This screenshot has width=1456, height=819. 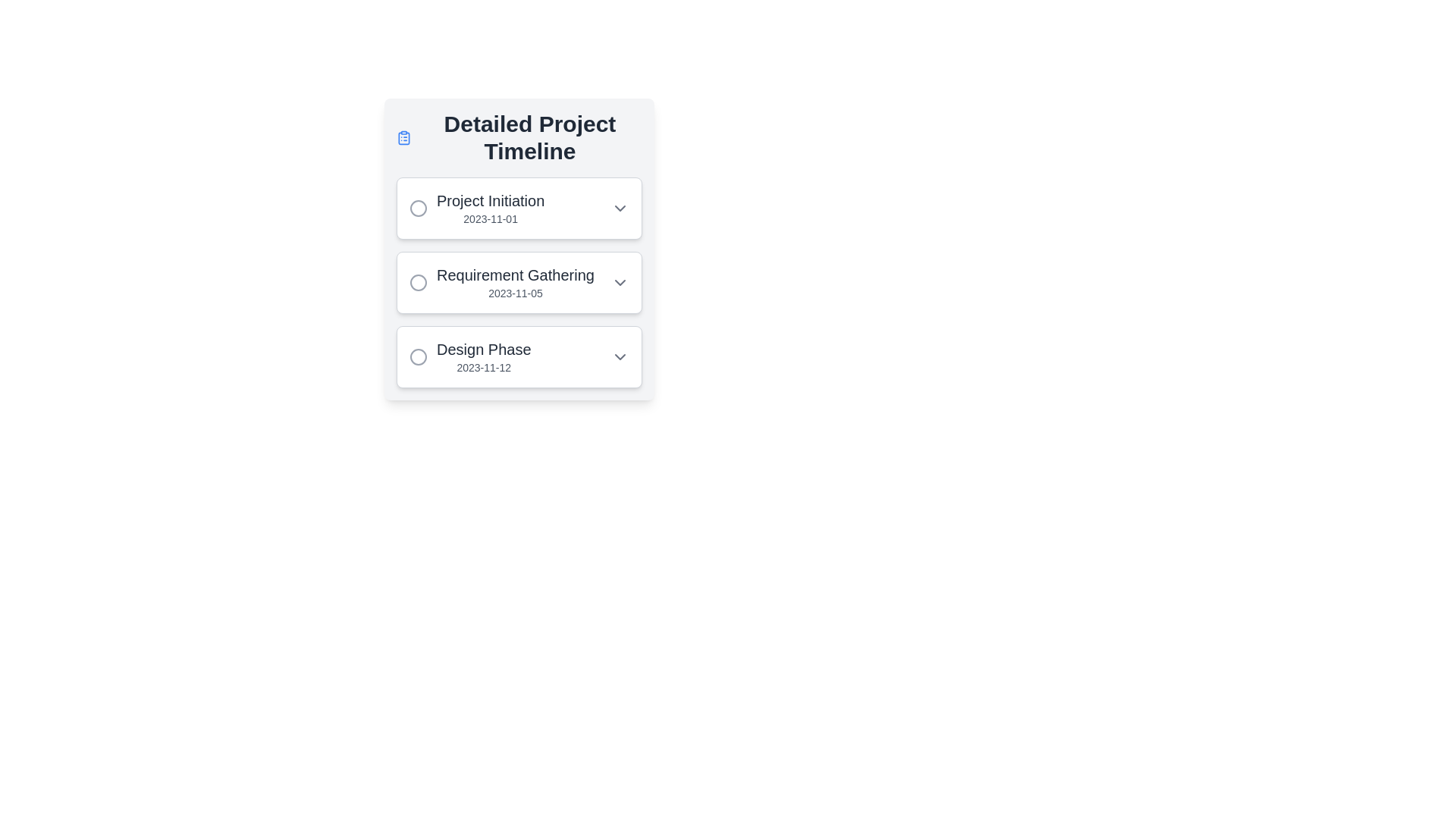 I want to click on the 'Project Initiation' text display with icon, which includes the title in bold and the date below it, located in the 'Detailed Project Timeline' card, so click(x=476, y=208).